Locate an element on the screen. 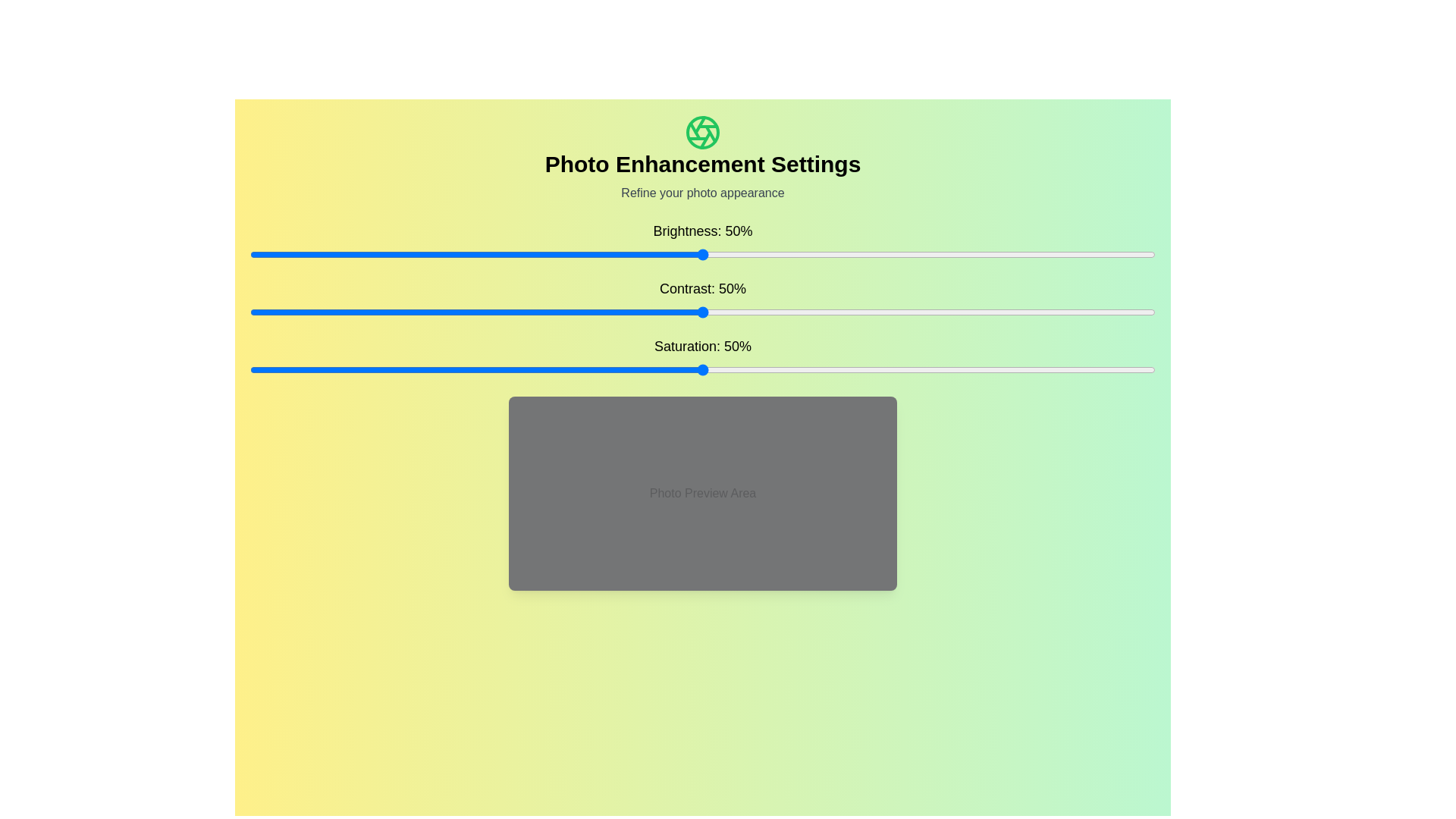 This screenshot has width=1456, height=819. the brightness slider to set the brightness to 5% is located at coordinates (295, 253).